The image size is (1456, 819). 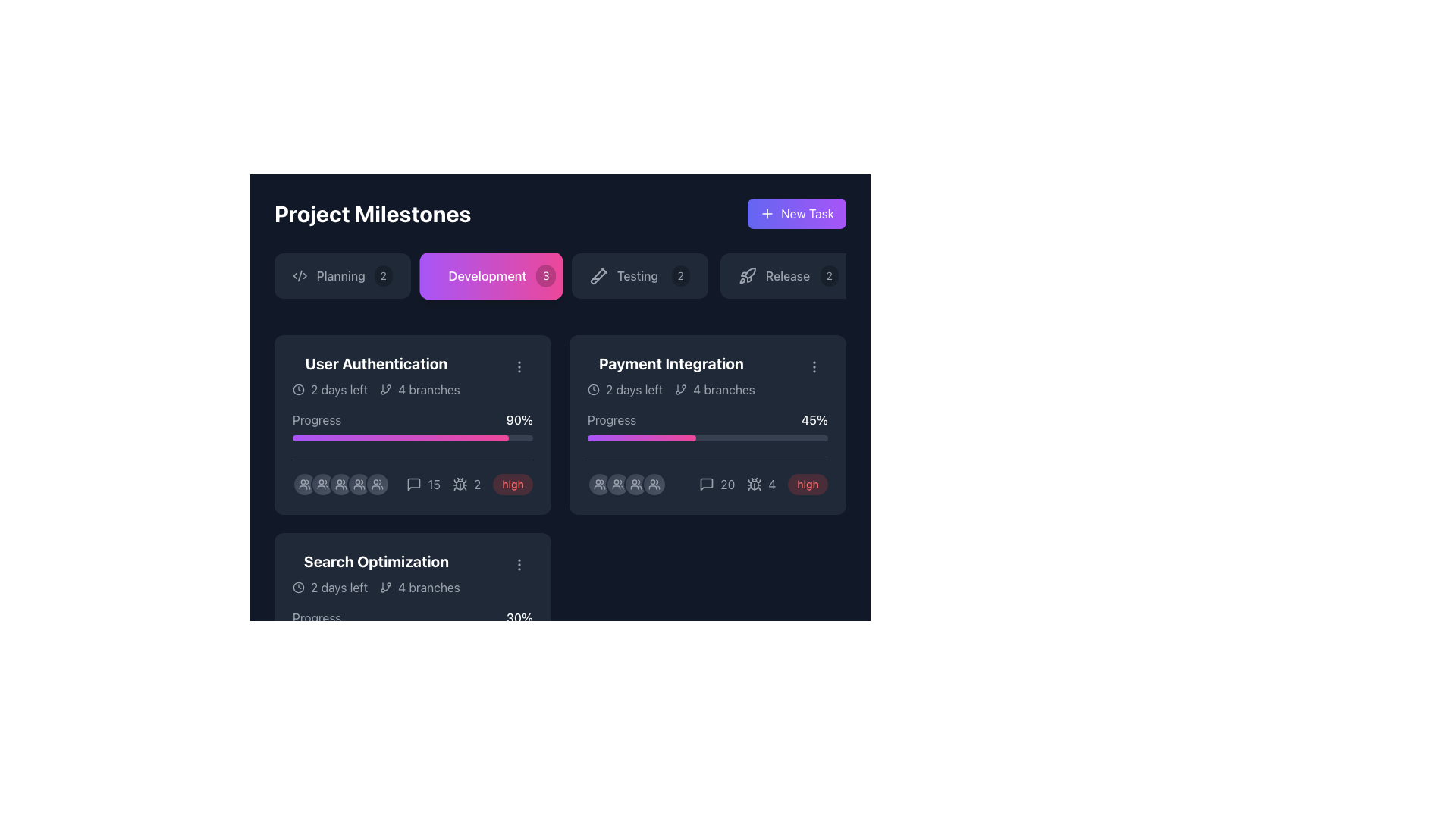 I want to click on the icon indicating the number of comments/messages related to the User Authentication task, so click(x=414, y=485).